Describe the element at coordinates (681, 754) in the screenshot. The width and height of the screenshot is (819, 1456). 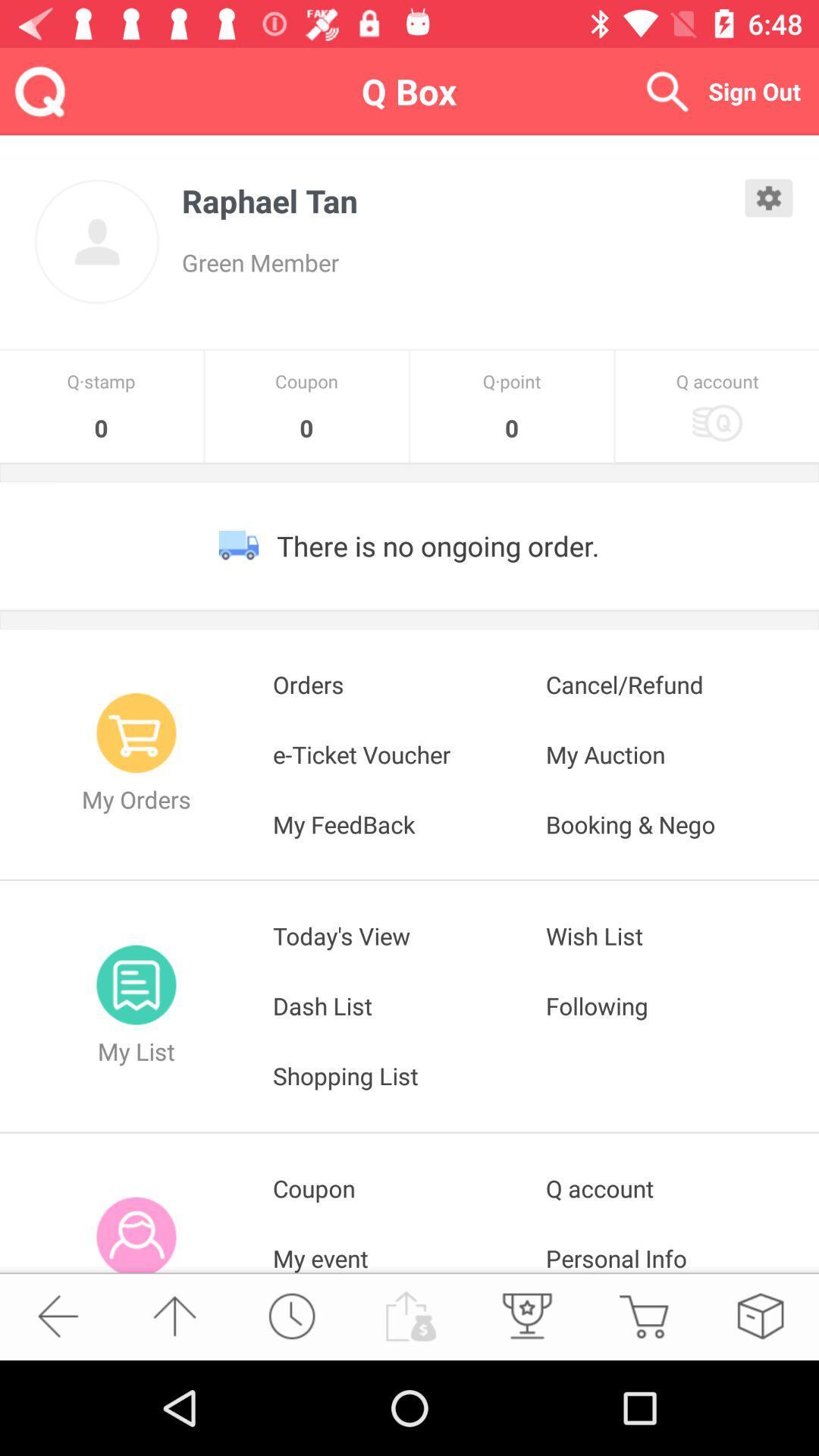
I see `the app below orders icon` at that location.